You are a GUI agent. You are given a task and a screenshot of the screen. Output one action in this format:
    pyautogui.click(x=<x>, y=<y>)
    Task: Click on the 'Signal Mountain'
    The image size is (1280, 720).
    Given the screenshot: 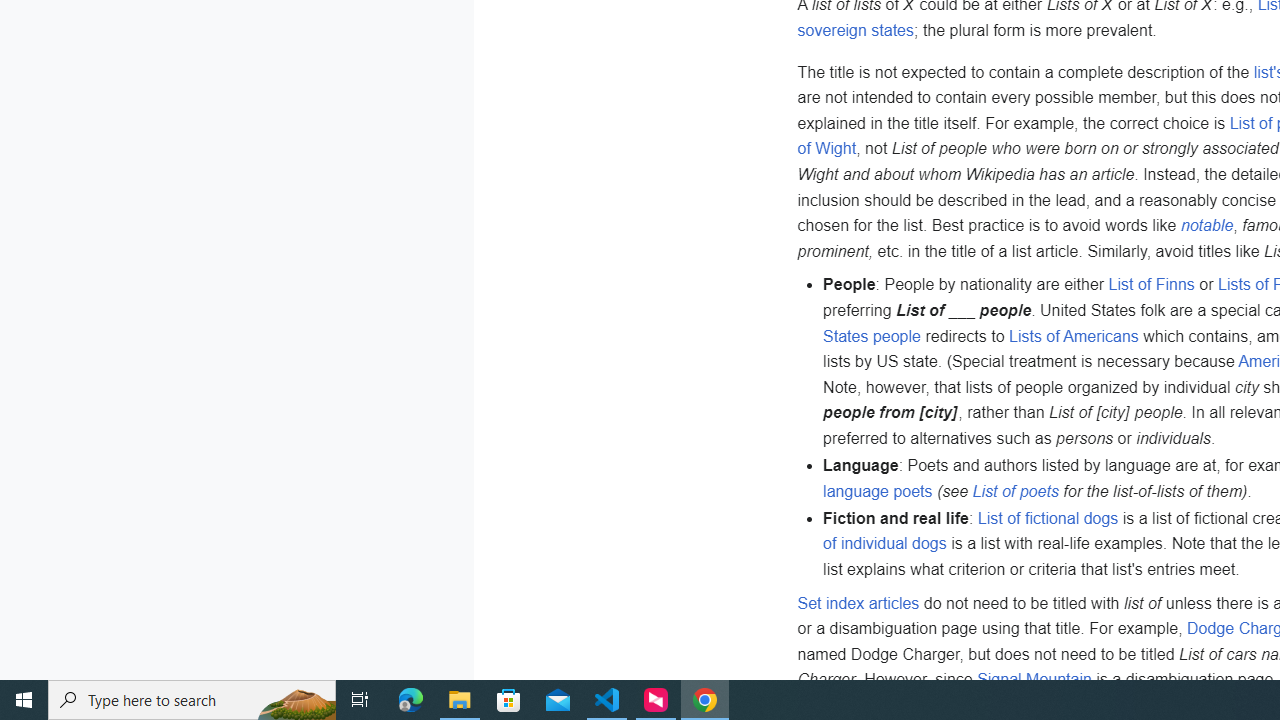 What is the action you would take?
    pyautogui.click(x=1034, y=679)
    